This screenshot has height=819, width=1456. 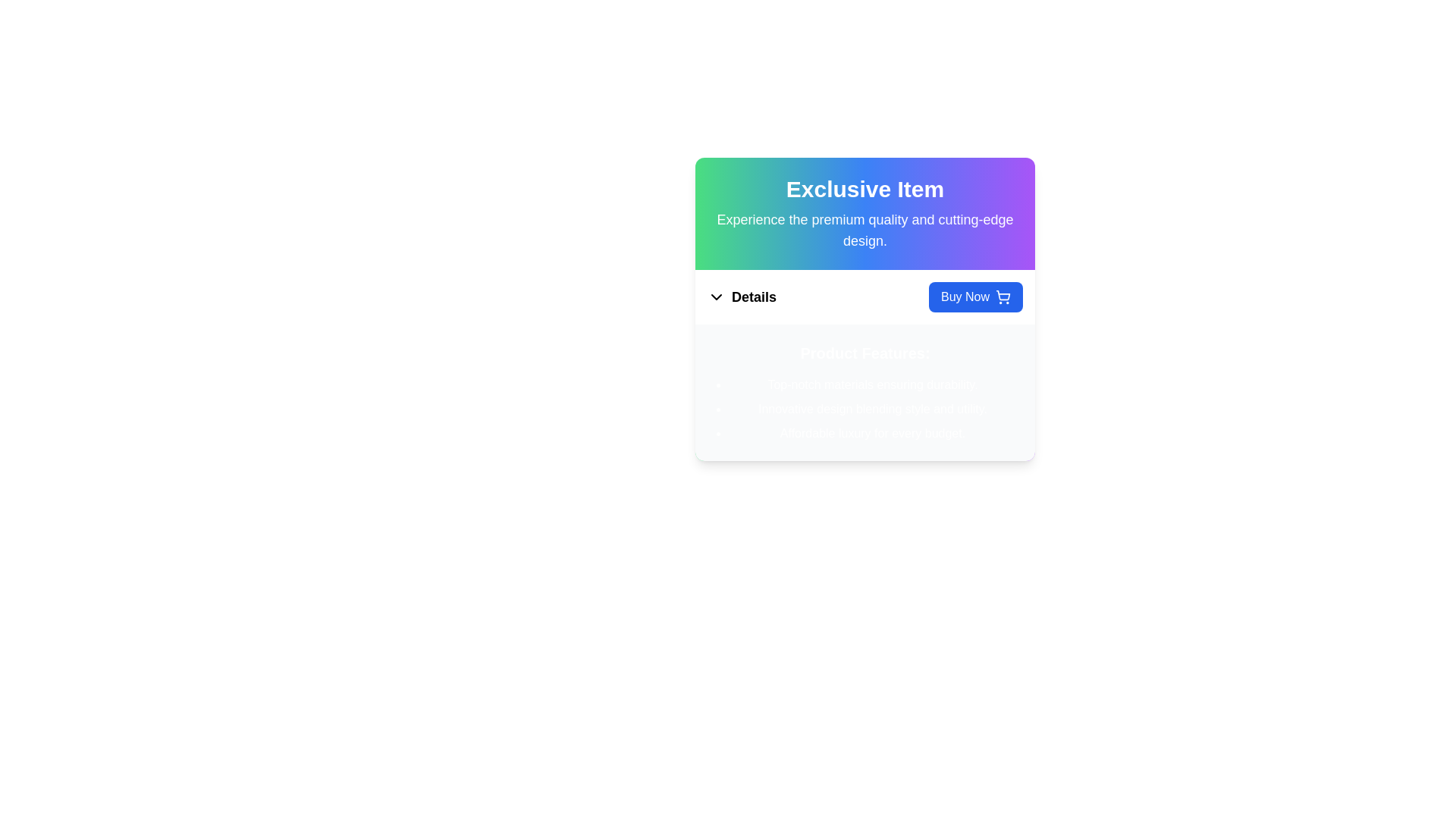 What do you see at coordinates (865, 213) in the screenshot?
I see `the Text header block with a vibrant gradient background that contains the title 'Exclusive Item' and subtitle 'Experience the premium quality and cutting-edge design.'` at bounding box center [865, 213].